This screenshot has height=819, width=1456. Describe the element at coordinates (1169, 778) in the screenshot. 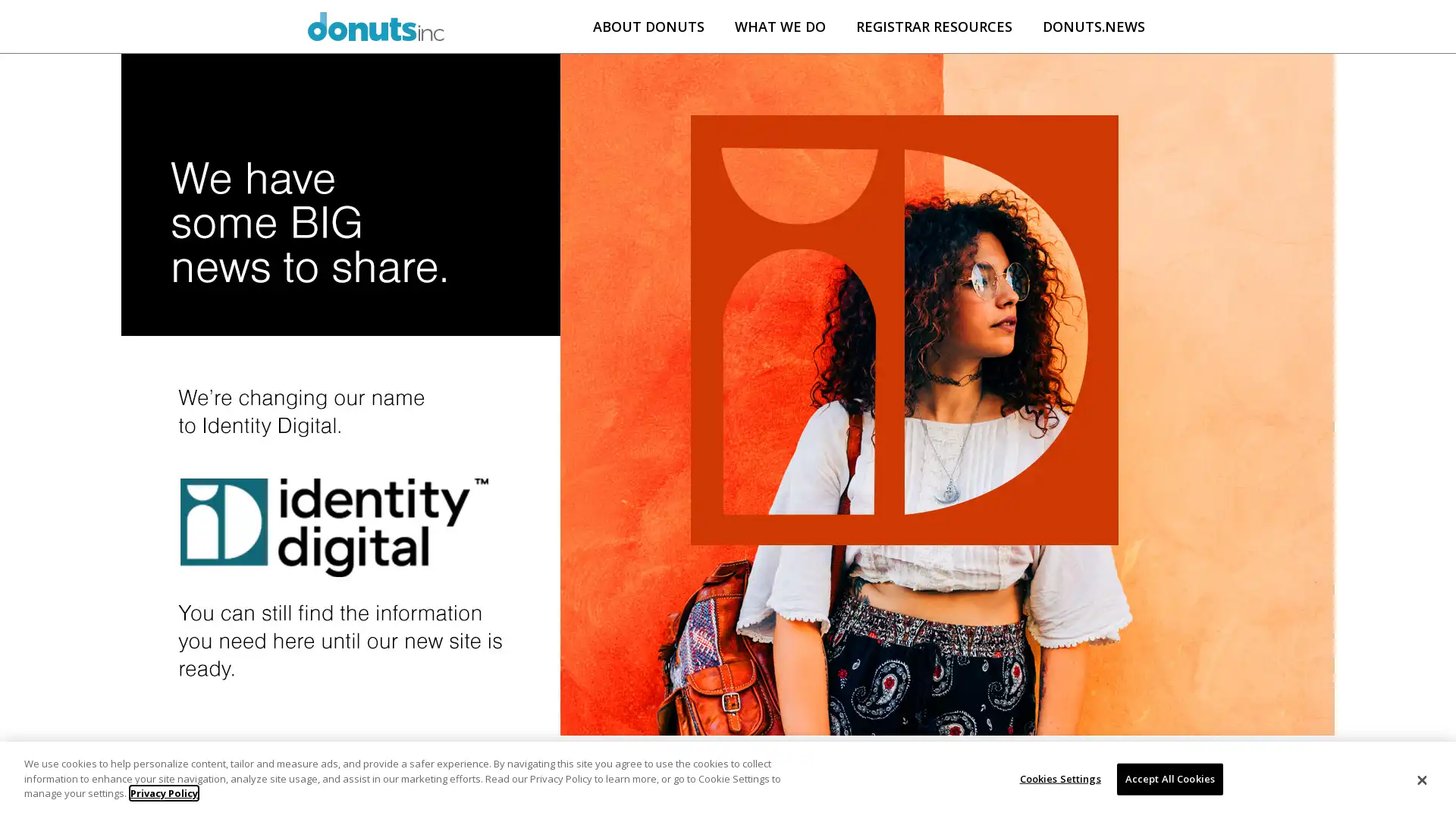

I see `Accept All Cookies` at that location.